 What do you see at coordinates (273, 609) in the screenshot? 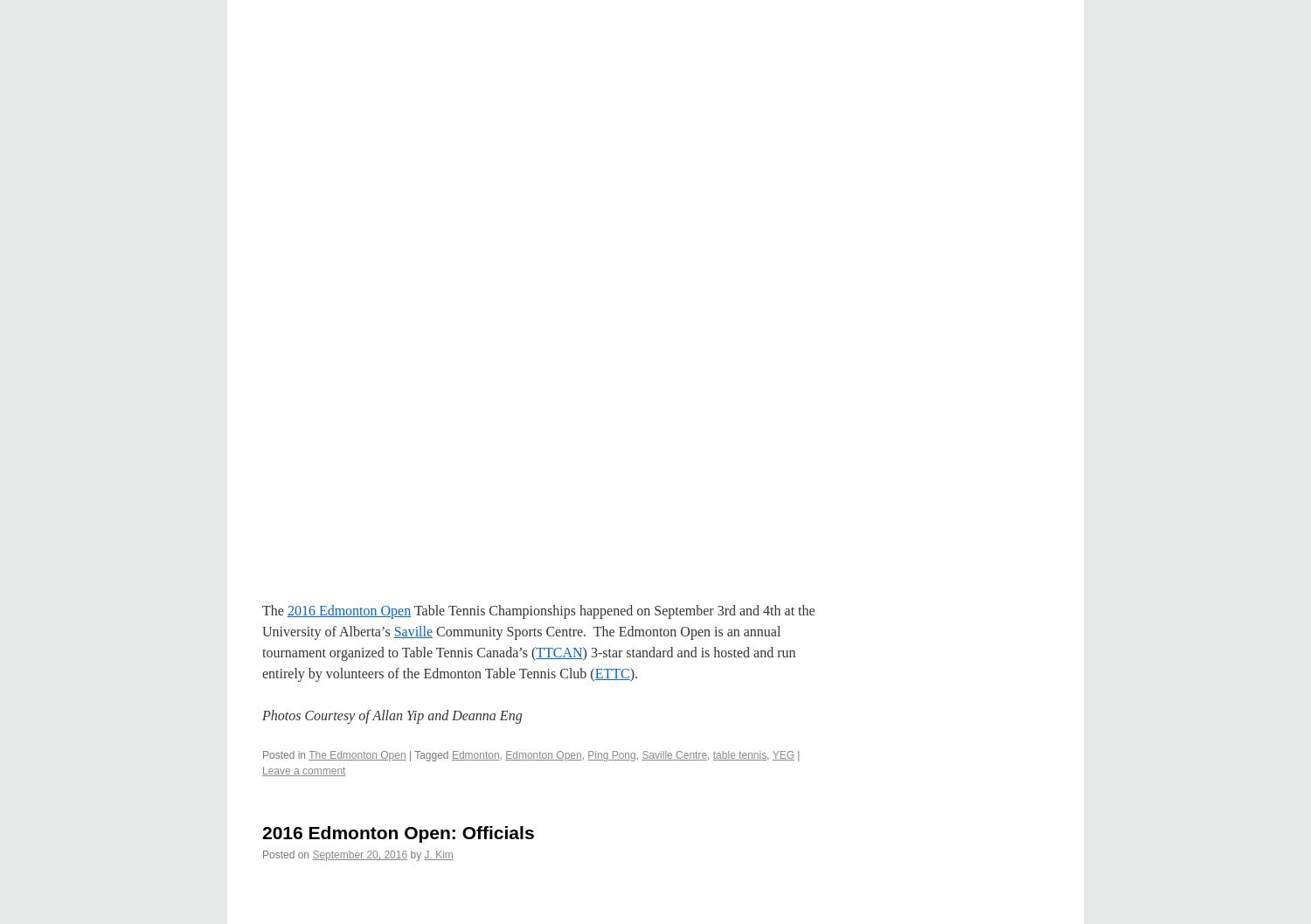
I see `'The'` at bounding box center [273, 609].